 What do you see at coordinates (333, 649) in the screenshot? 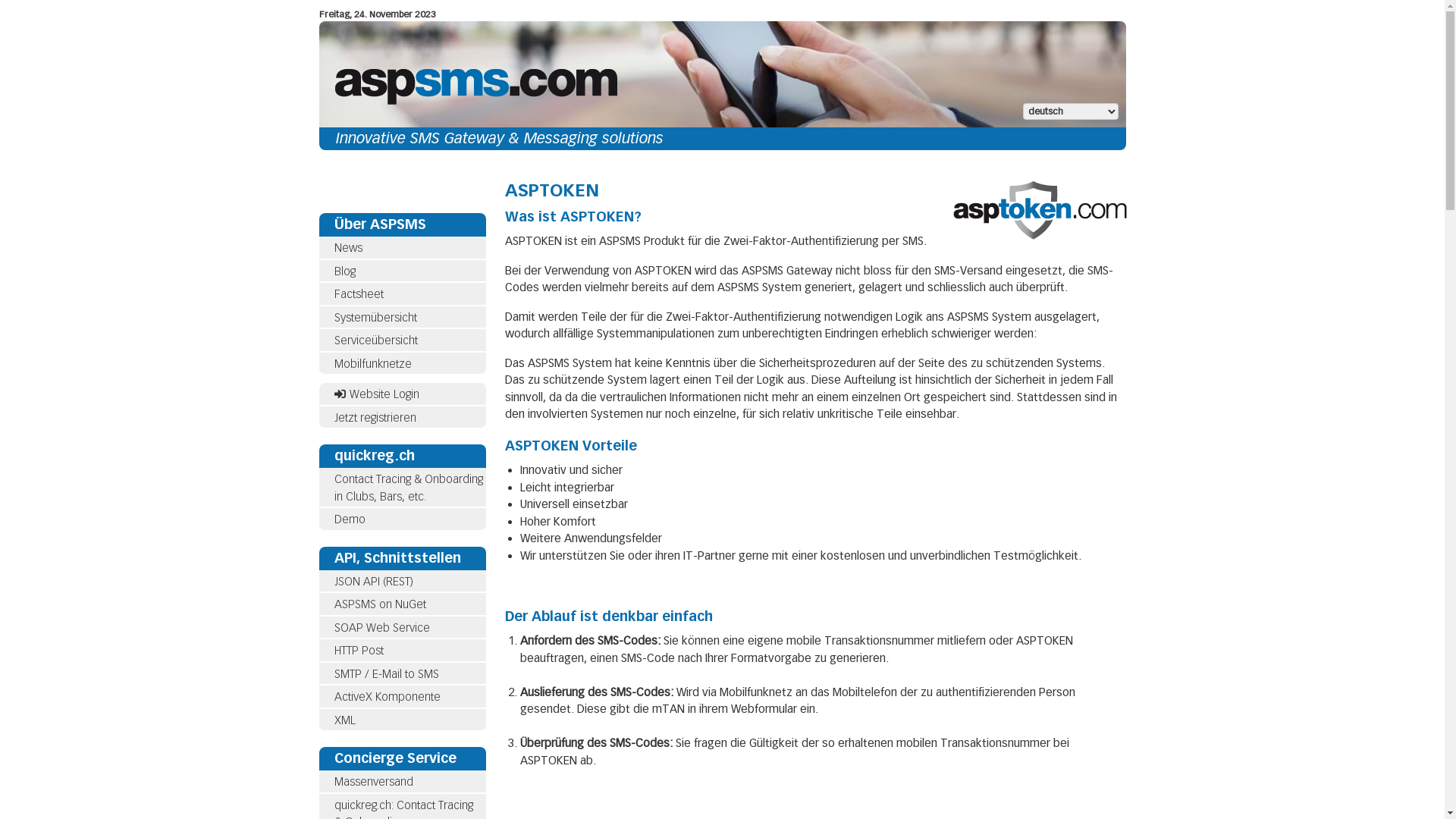
I see `'HTTP Post'` at bounding box center [333, 649].